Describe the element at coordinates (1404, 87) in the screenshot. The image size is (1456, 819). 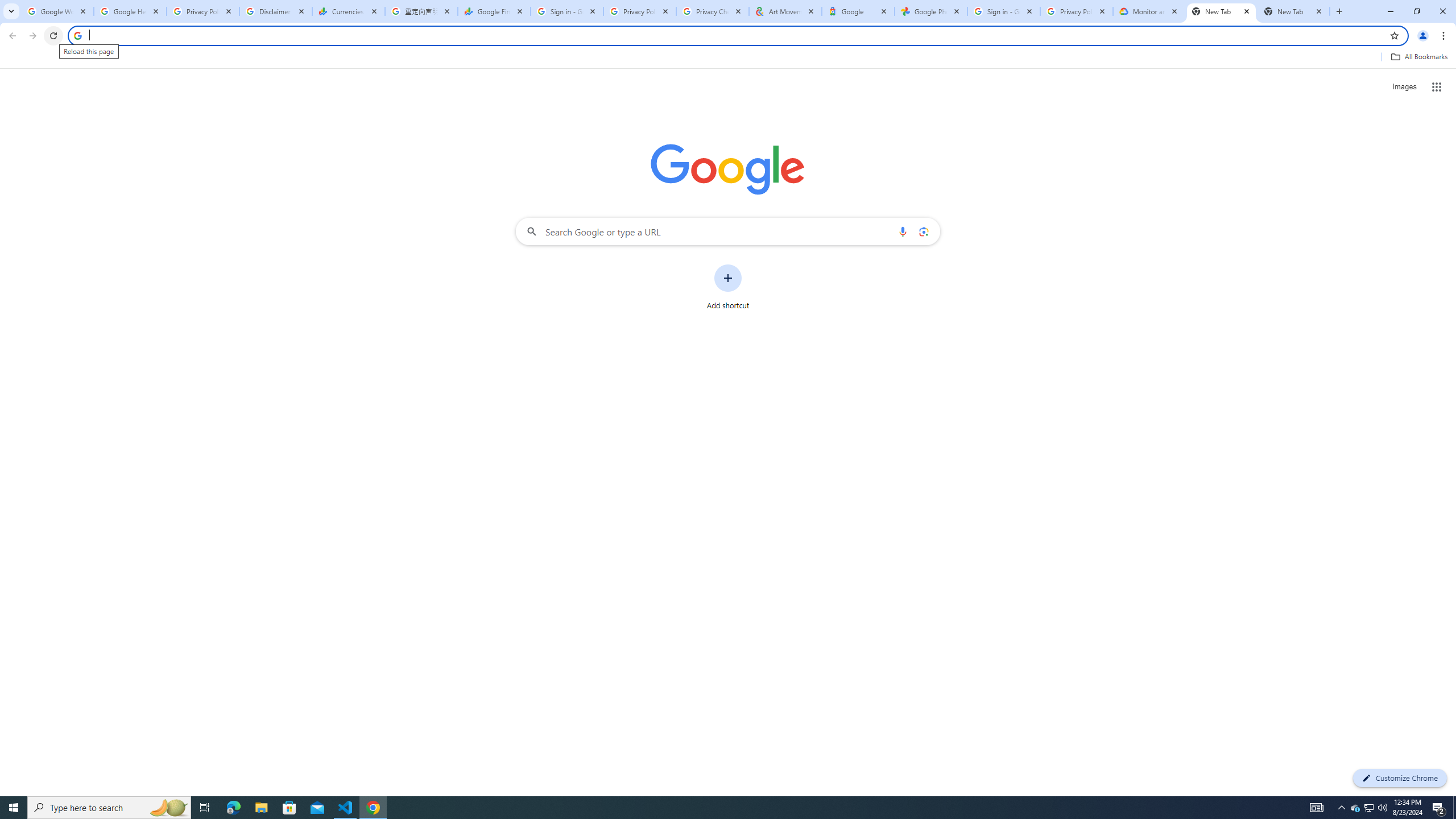
I see `'Search for Images '` at that location.